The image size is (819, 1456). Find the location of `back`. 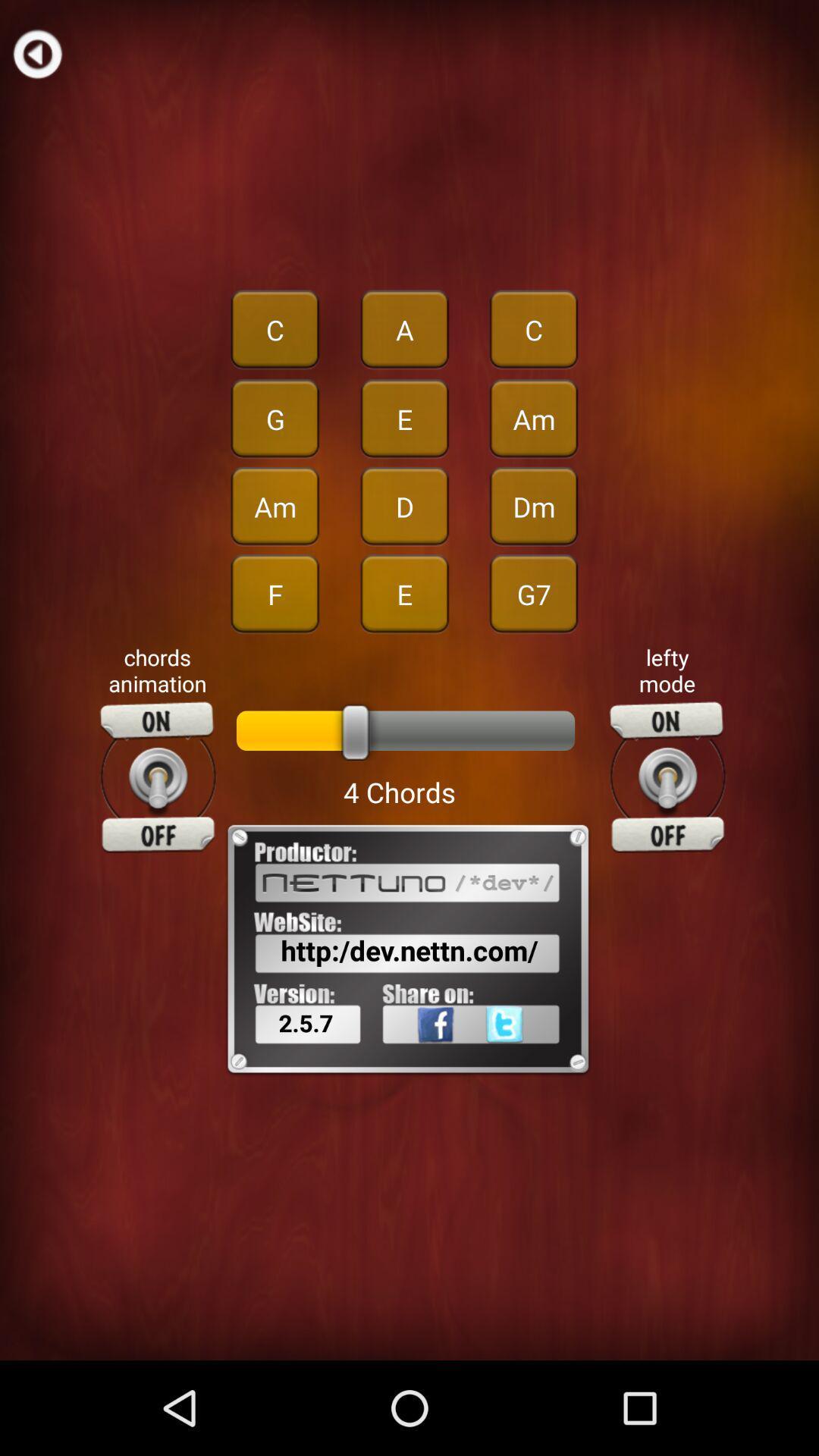

back is located at coordinates (36, 53).